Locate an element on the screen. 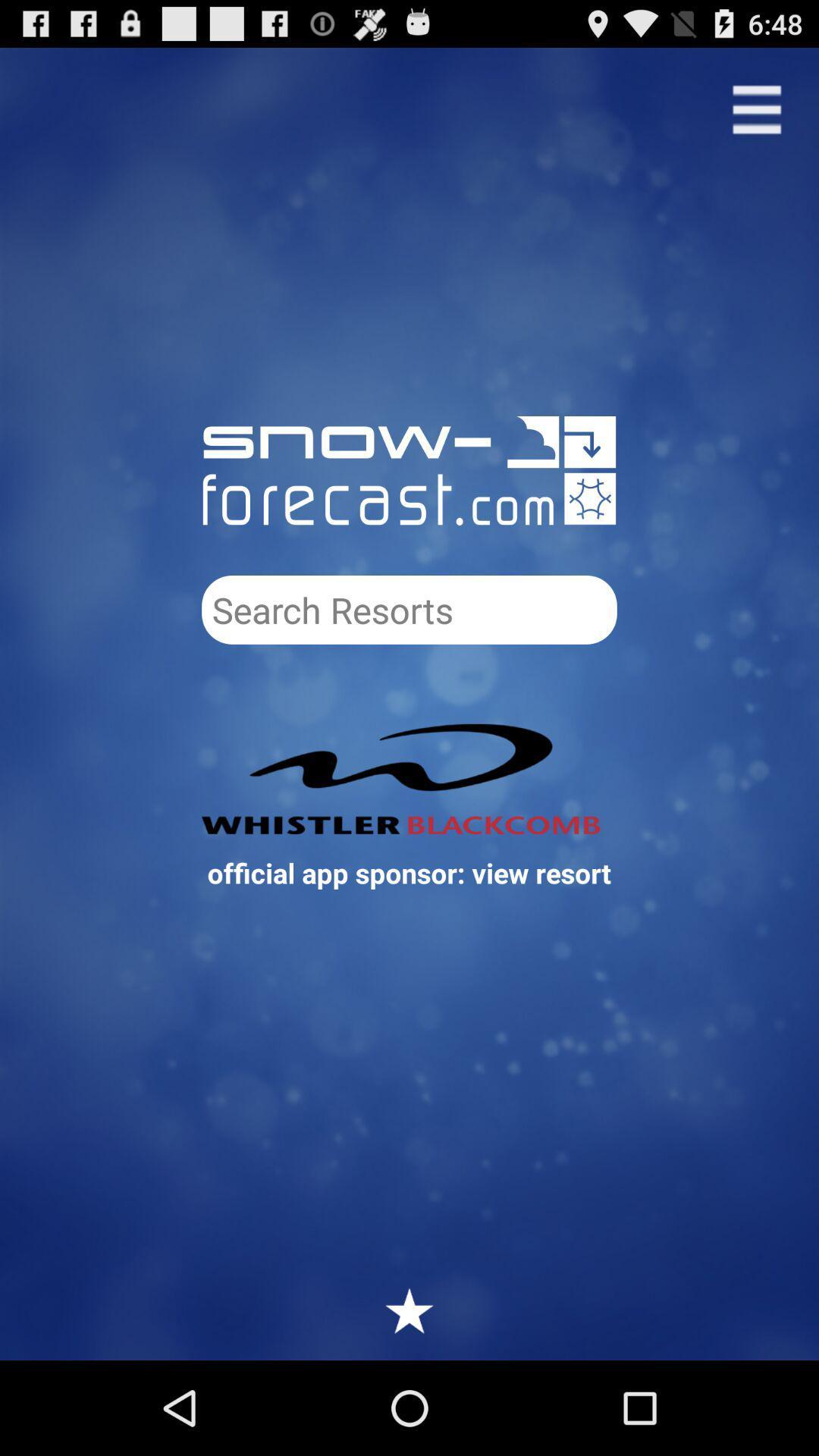 The width and height of the screenshot is (819, 1456). search resorts is located at coordinates (409, 610).